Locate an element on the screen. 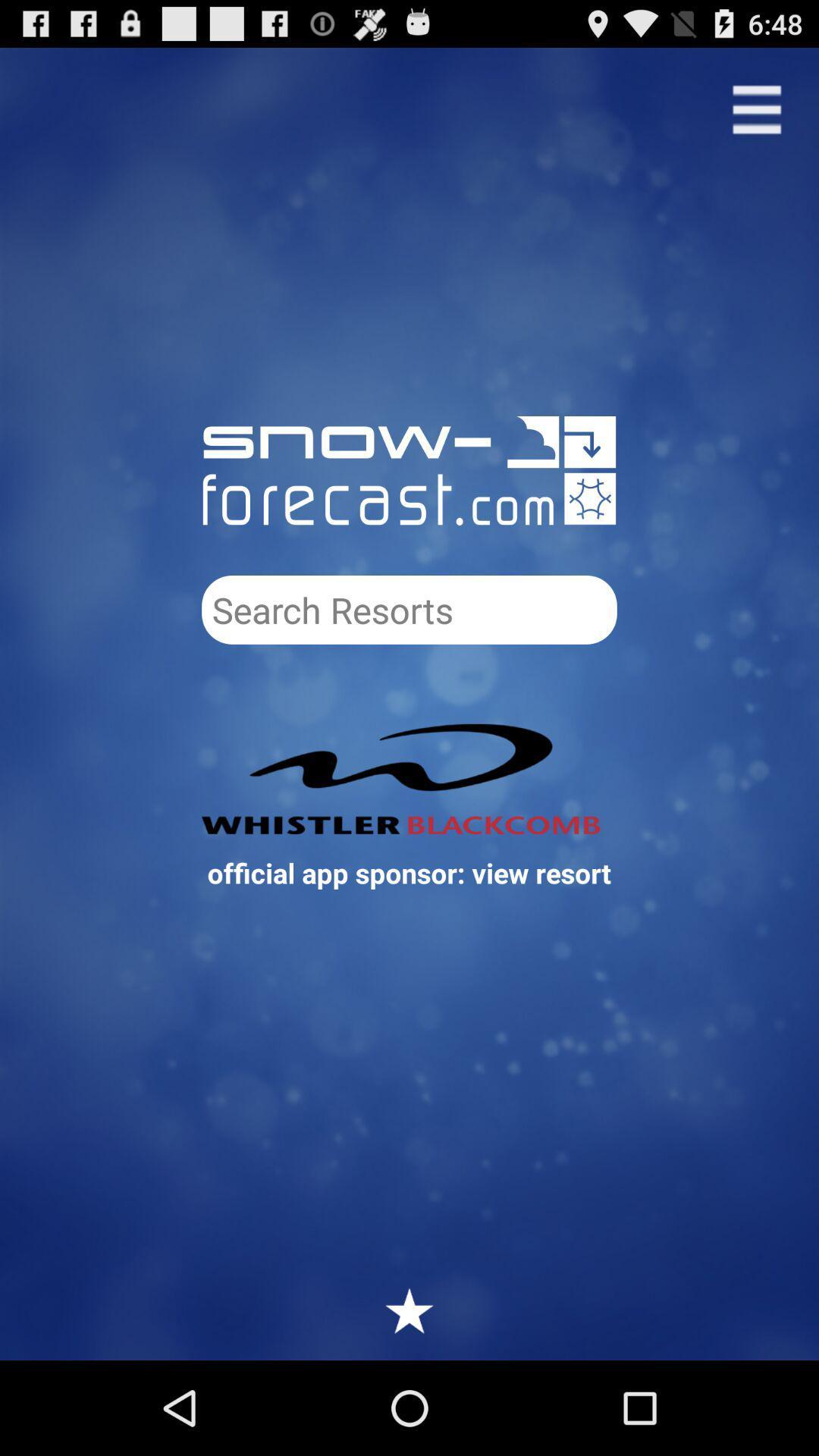 The width and height of the screenshot is (819, 1456). search resorts is located at coordinates (409, 610).